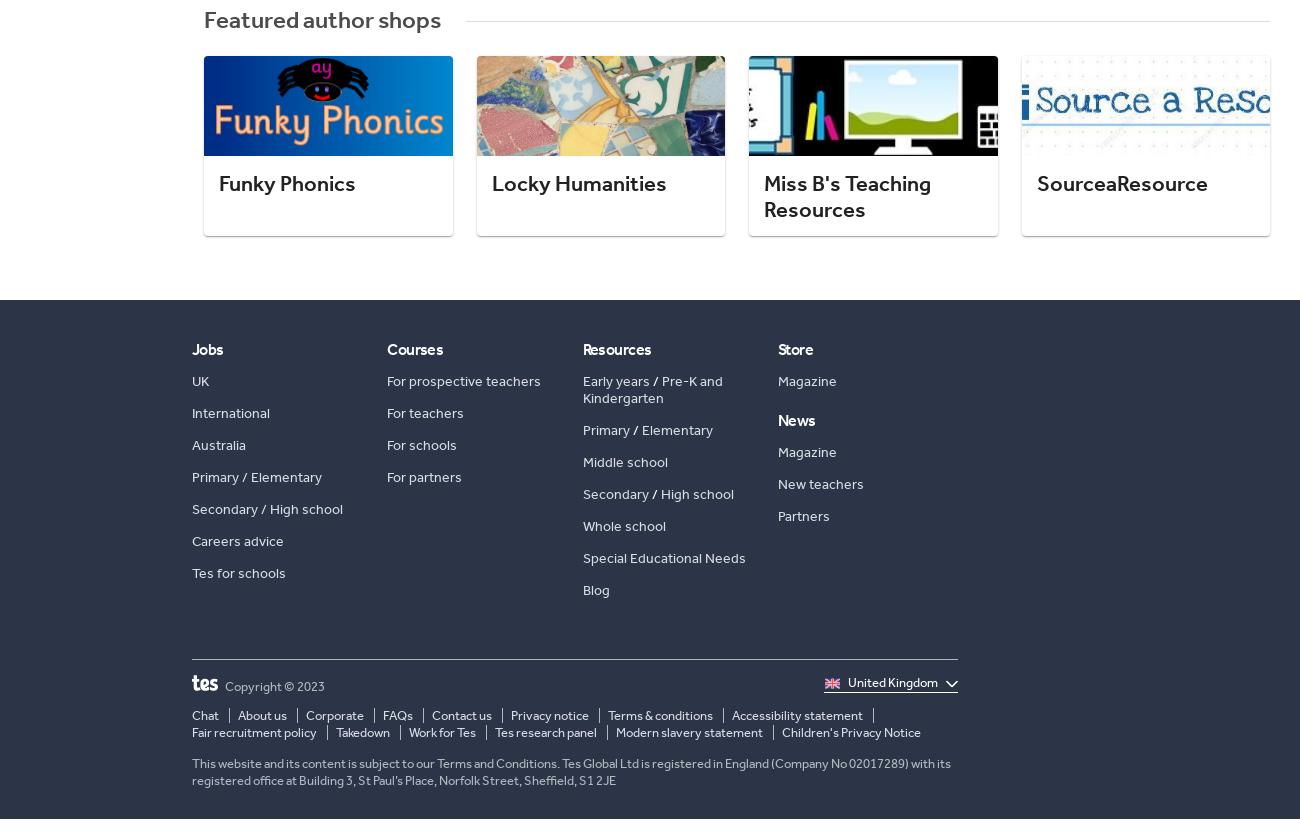  Describe the element at coordinates (545, 731) in the screenshot. I see `'Tes research panel'` at that location.